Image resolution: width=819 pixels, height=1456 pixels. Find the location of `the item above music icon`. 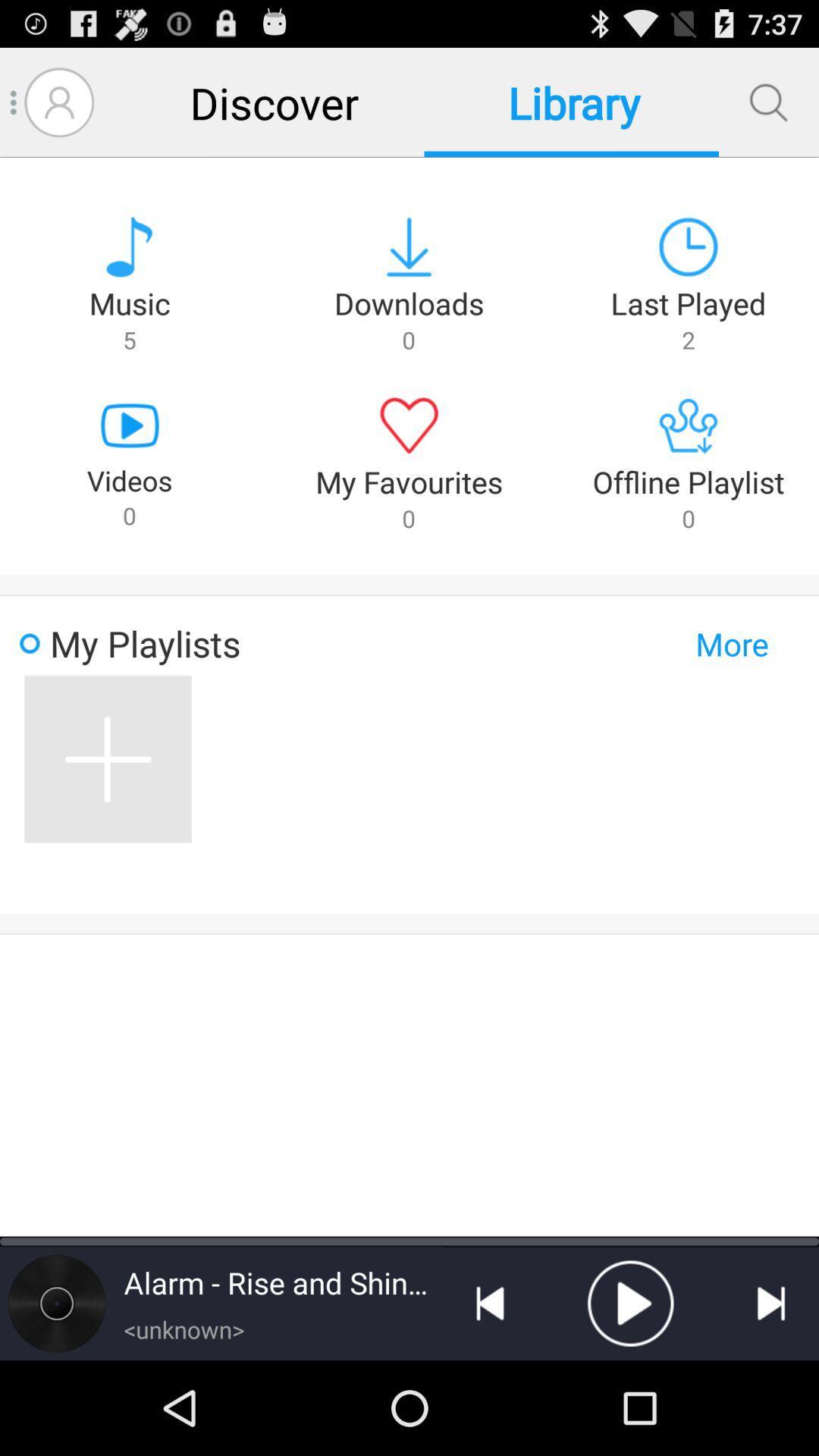

the item above music icon is located at coordinates (58, 102).